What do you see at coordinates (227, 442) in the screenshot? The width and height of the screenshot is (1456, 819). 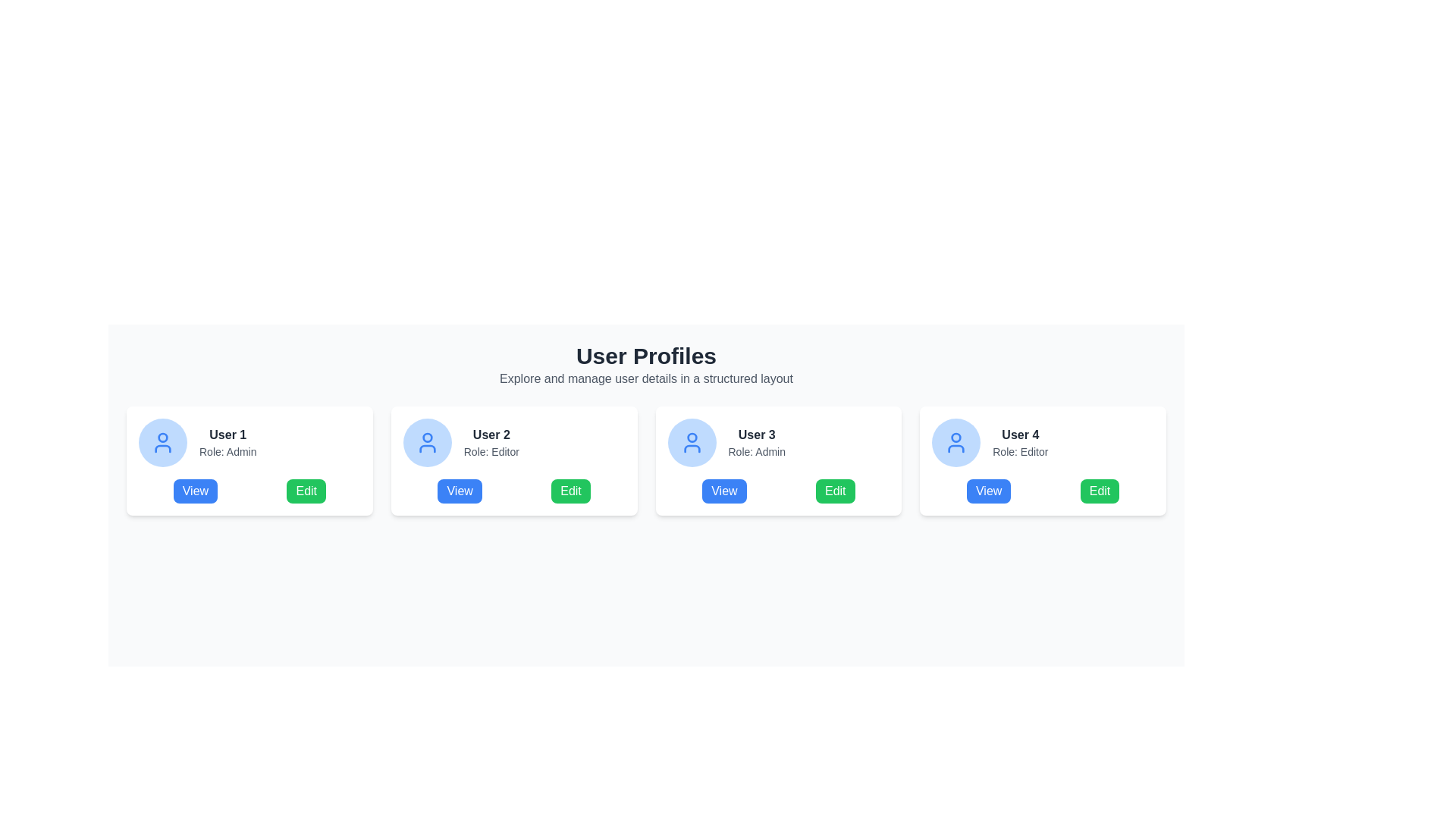 I see `text displayed in the user profile card that shows 'User 1' in bold dark gray and 'Role: Admin' in smaller lighter text` at bounding box center [227, 442].